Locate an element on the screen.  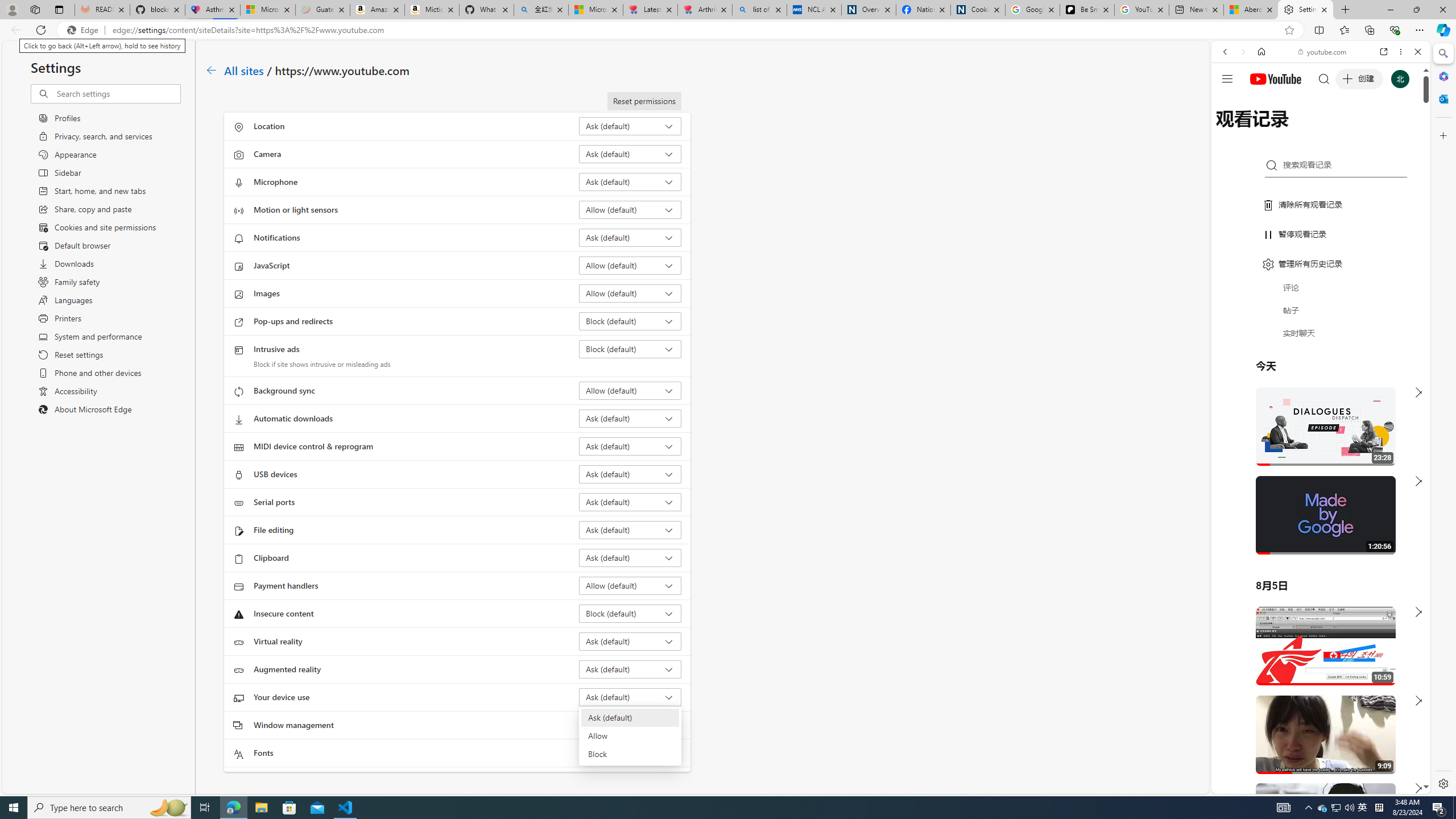
'Notifications Ask (default)' is located at coordinates (630, 237).